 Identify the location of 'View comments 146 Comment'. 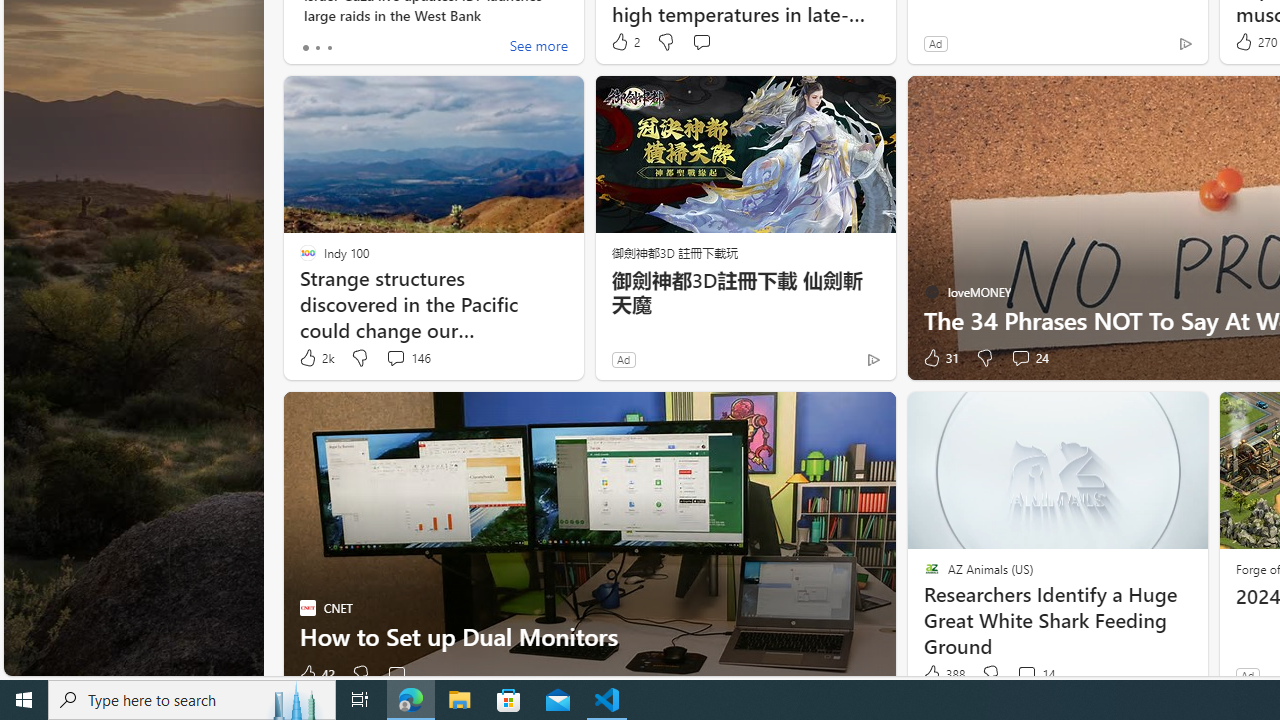
(395, 356).